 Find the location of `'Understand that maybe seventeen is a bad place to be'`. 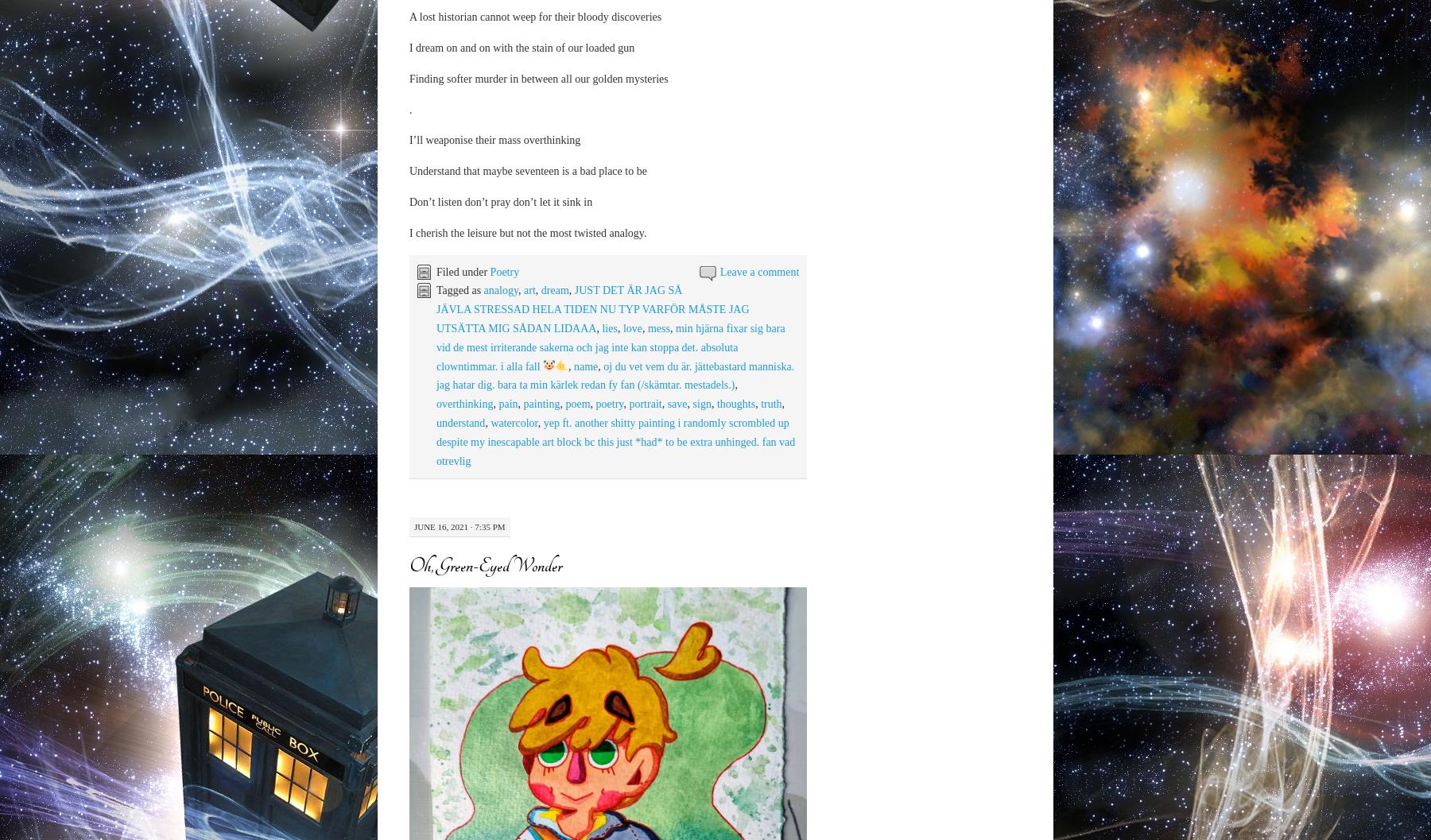

'Understand that maybe seventeen is a bad place to be' is located at coordinates (527, 171).